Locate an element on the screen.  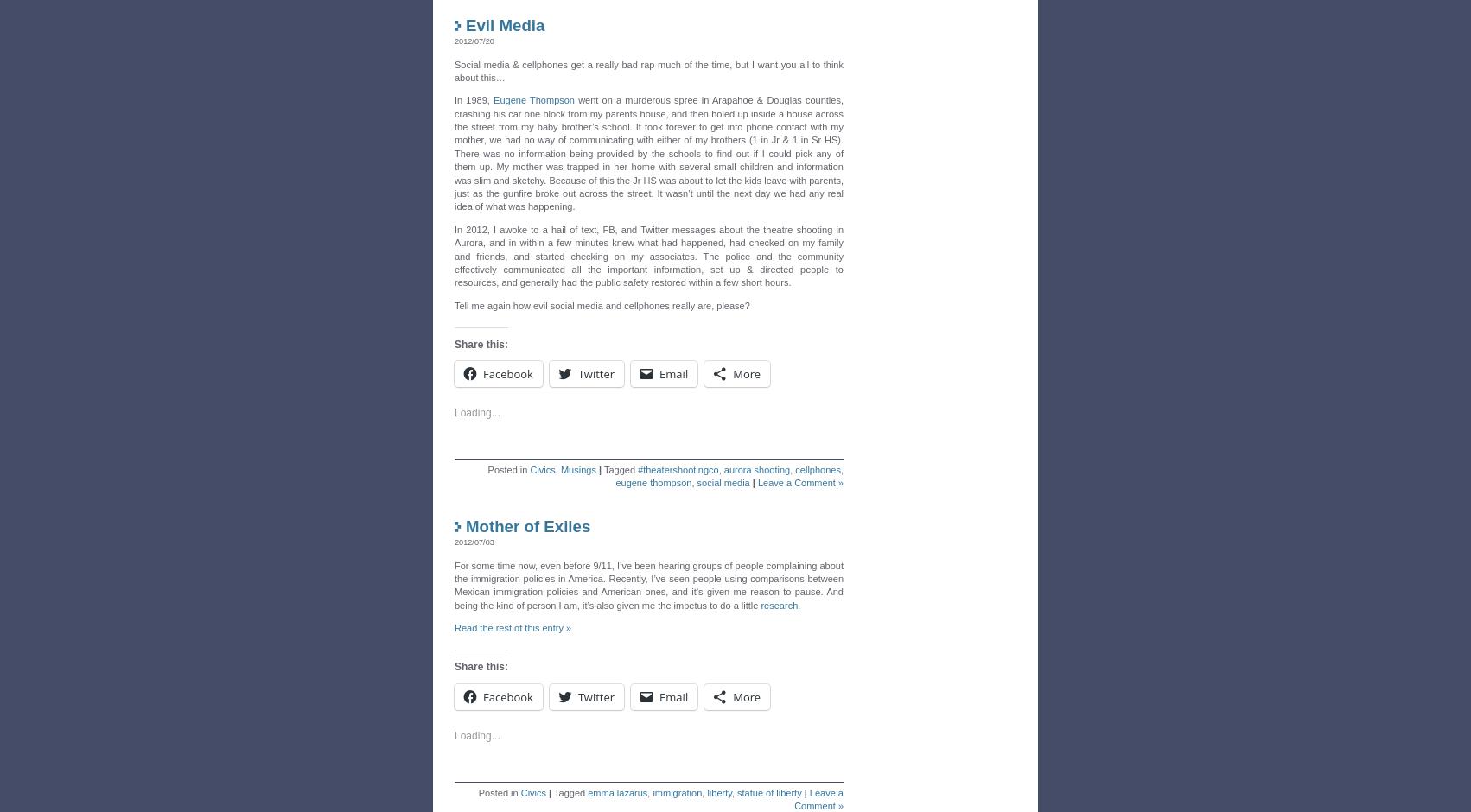
'Musings' is located at coordinates (577, 464).